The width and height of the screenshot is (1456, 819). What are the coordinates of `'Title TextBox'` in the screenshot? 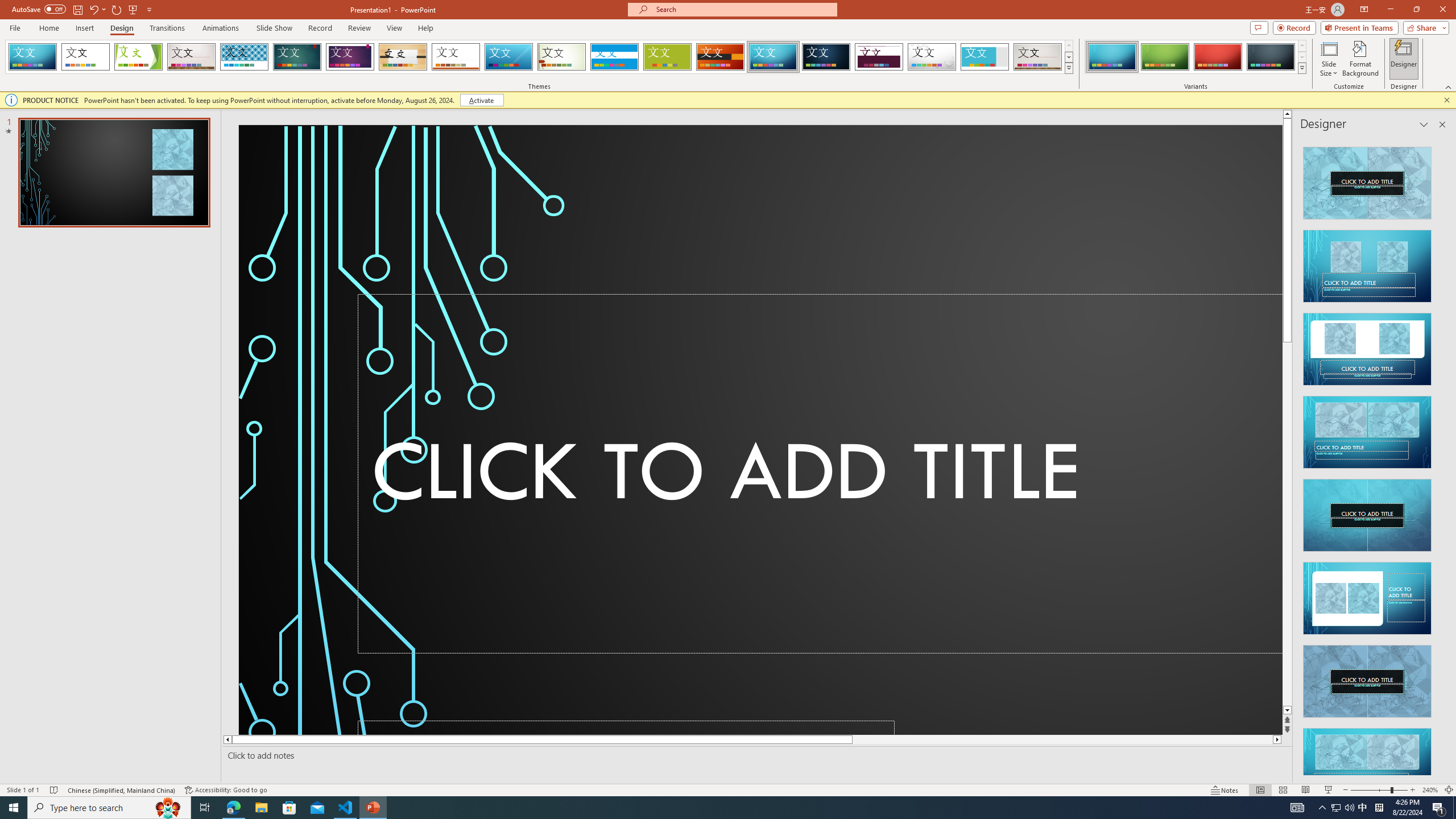 It's located at (820, 473).